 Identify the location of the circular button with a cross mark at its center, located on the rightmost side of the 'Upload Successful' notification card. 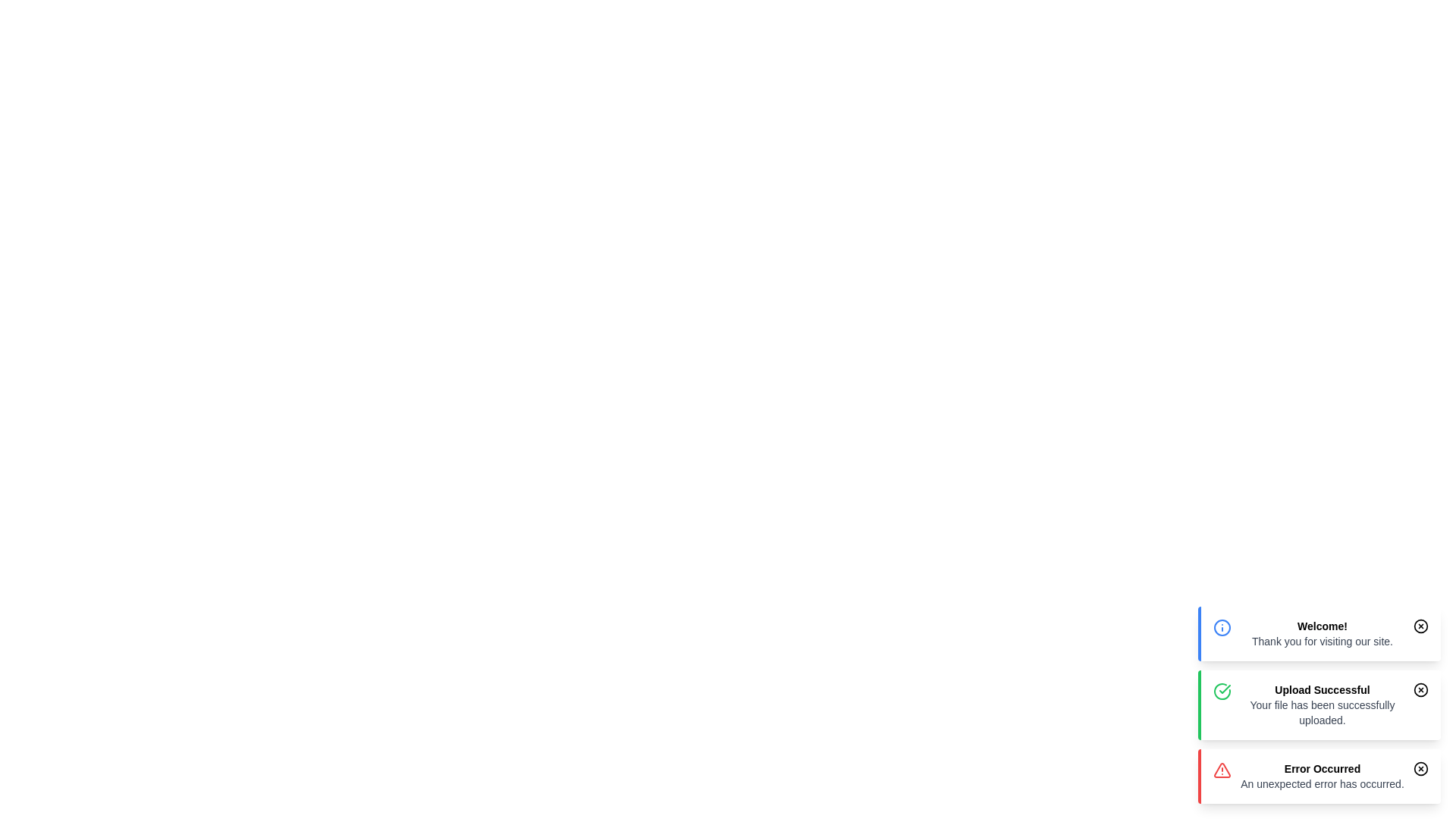
(1420, 690).